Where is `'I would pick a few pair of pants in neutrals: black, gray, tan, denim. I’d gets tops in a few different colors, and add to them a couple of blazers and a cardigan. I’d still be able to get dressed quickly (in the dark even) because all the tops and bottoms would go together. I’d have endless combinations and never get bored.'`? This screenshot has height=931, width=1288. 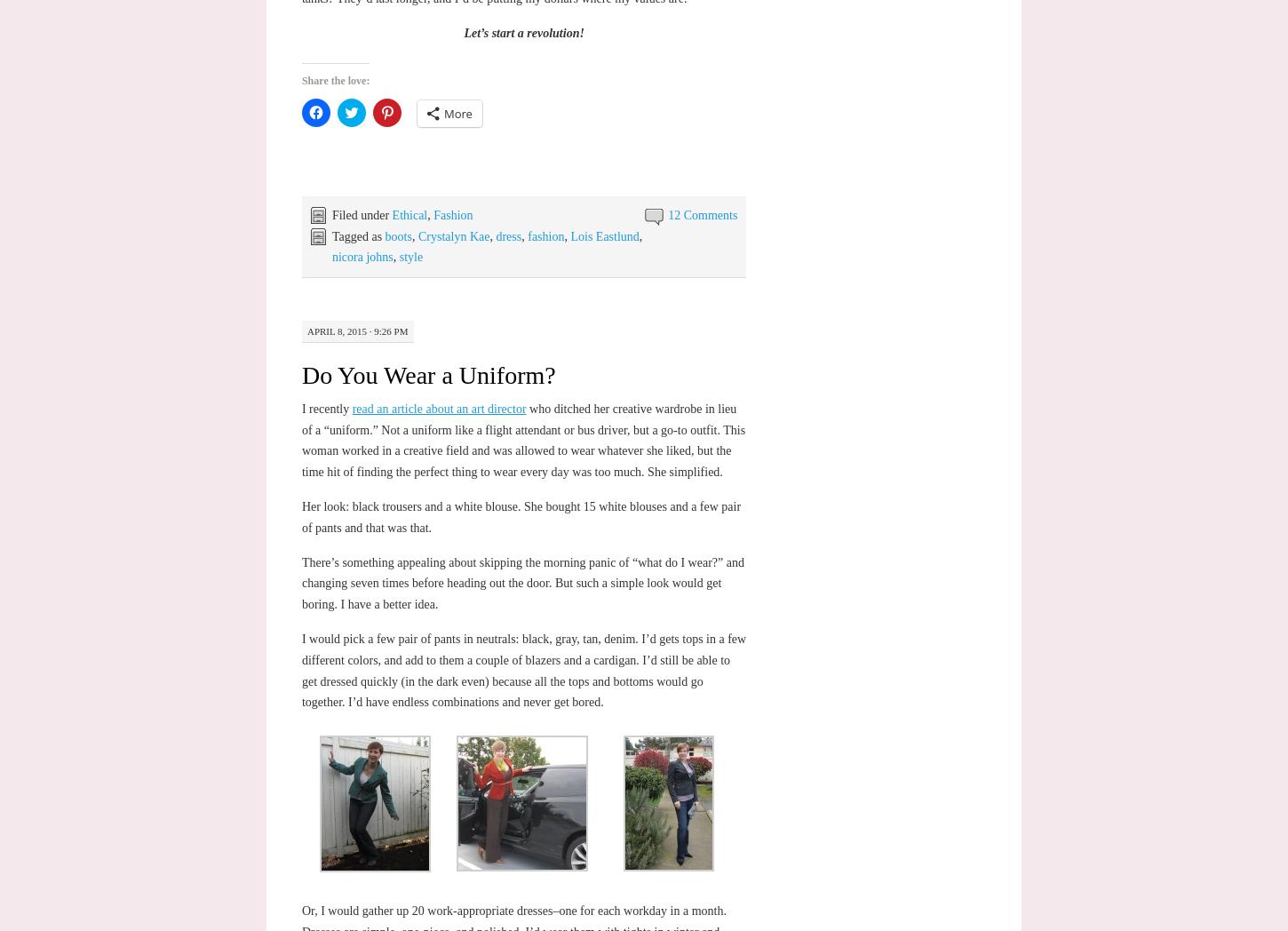
'I would pick a few pair of pants in neutrals: black, gray, tan, denim. I’d gets tops in a few different colors, and add to them a couple of blazers and a cardigan. I’d still be able to get dressed quickly (in the dark even) because all the tops and bottoms would go together. I’d have endless combinations and never get bored.' is located at coordinates (301, 670).